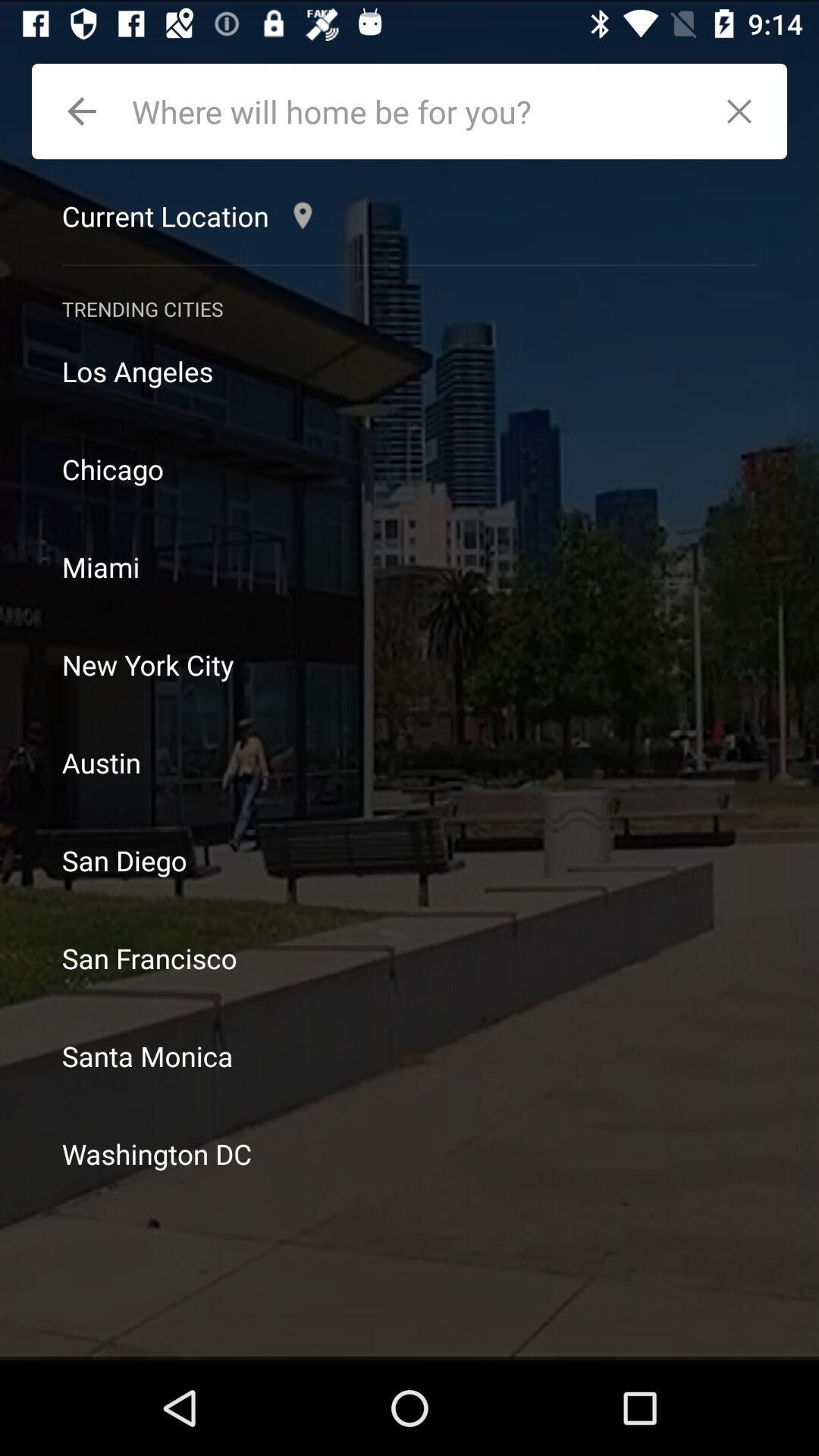  I want to click on icon above the san francisco item, so click(409, 860).